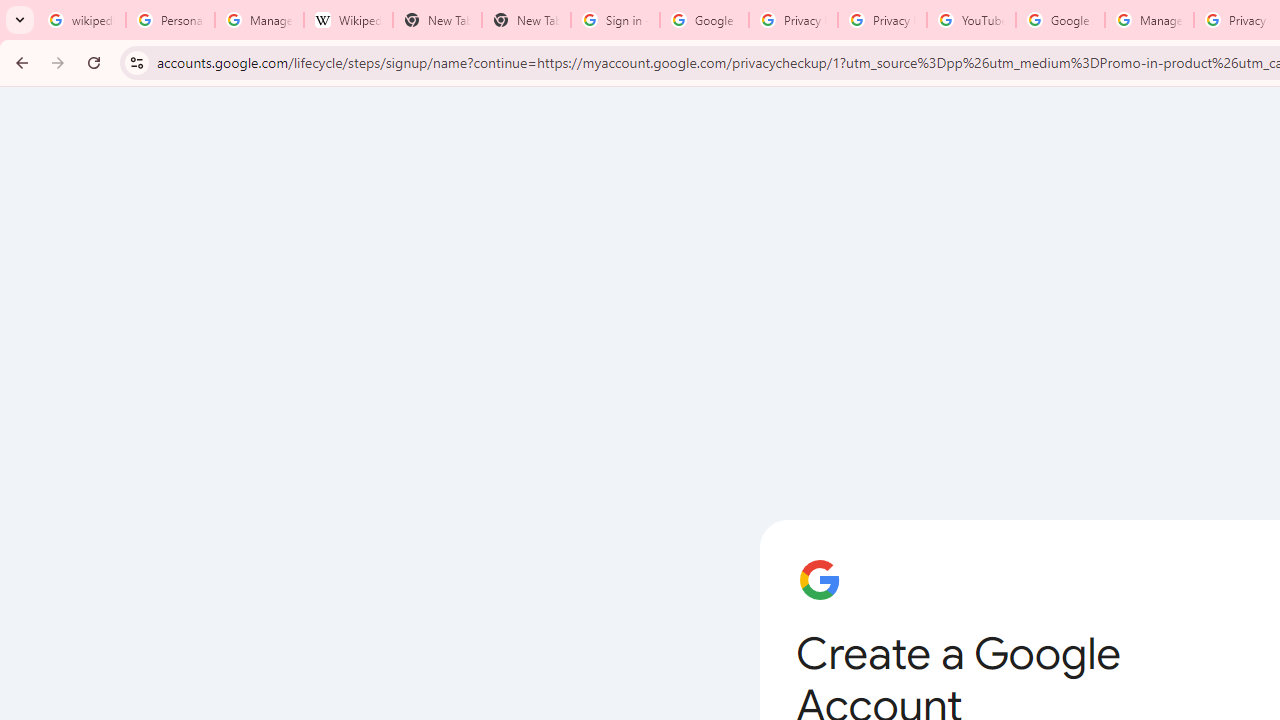  Describe the element at coordinates (258, 20) in the screenshot. I see `'Manage your Location History - Google Search Help'` at that location.